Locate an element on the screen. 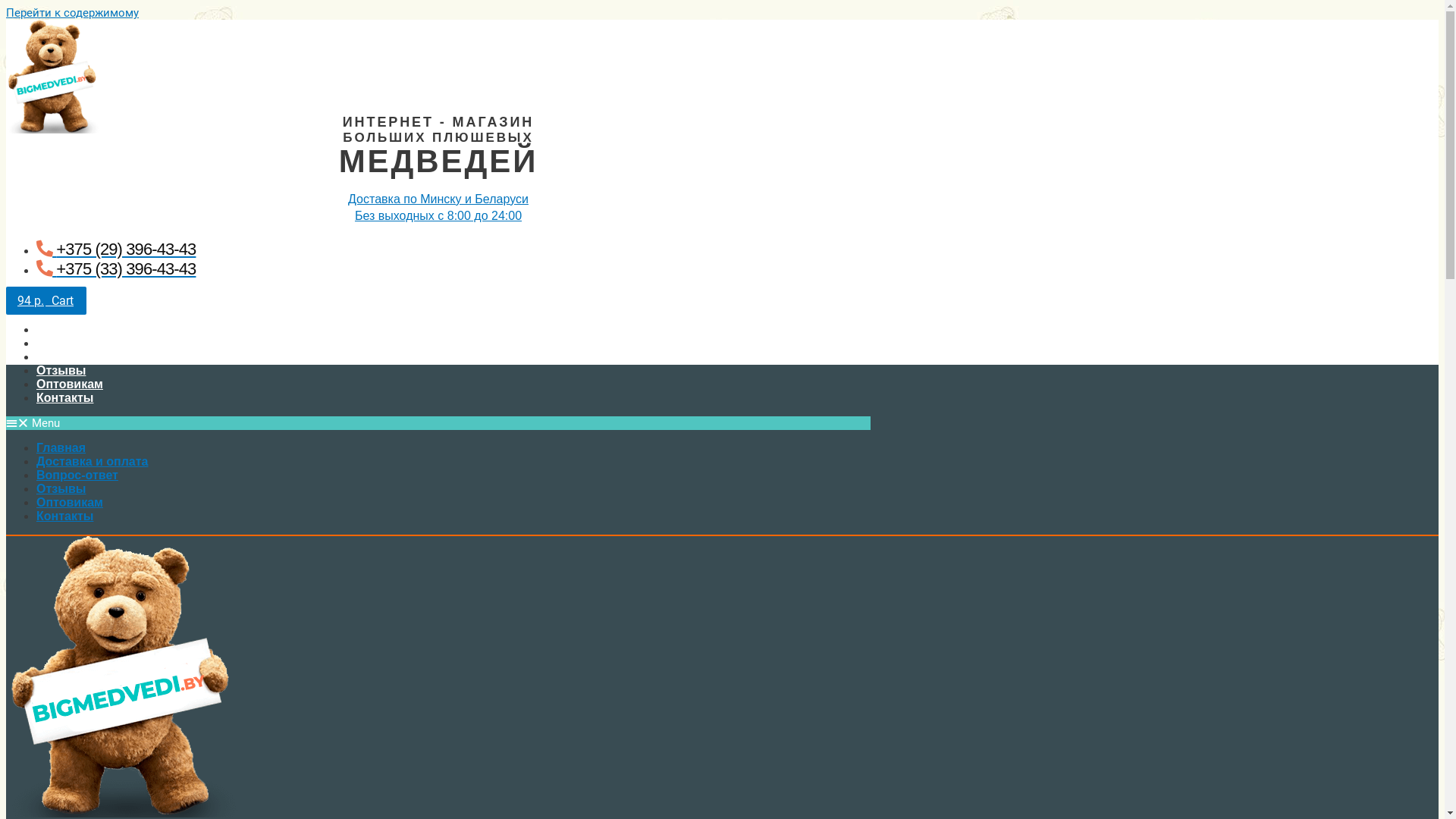 This screenshot has width=1456, height=819. '+375 (33) 396-43-43' is located at coordinates (115, 268).